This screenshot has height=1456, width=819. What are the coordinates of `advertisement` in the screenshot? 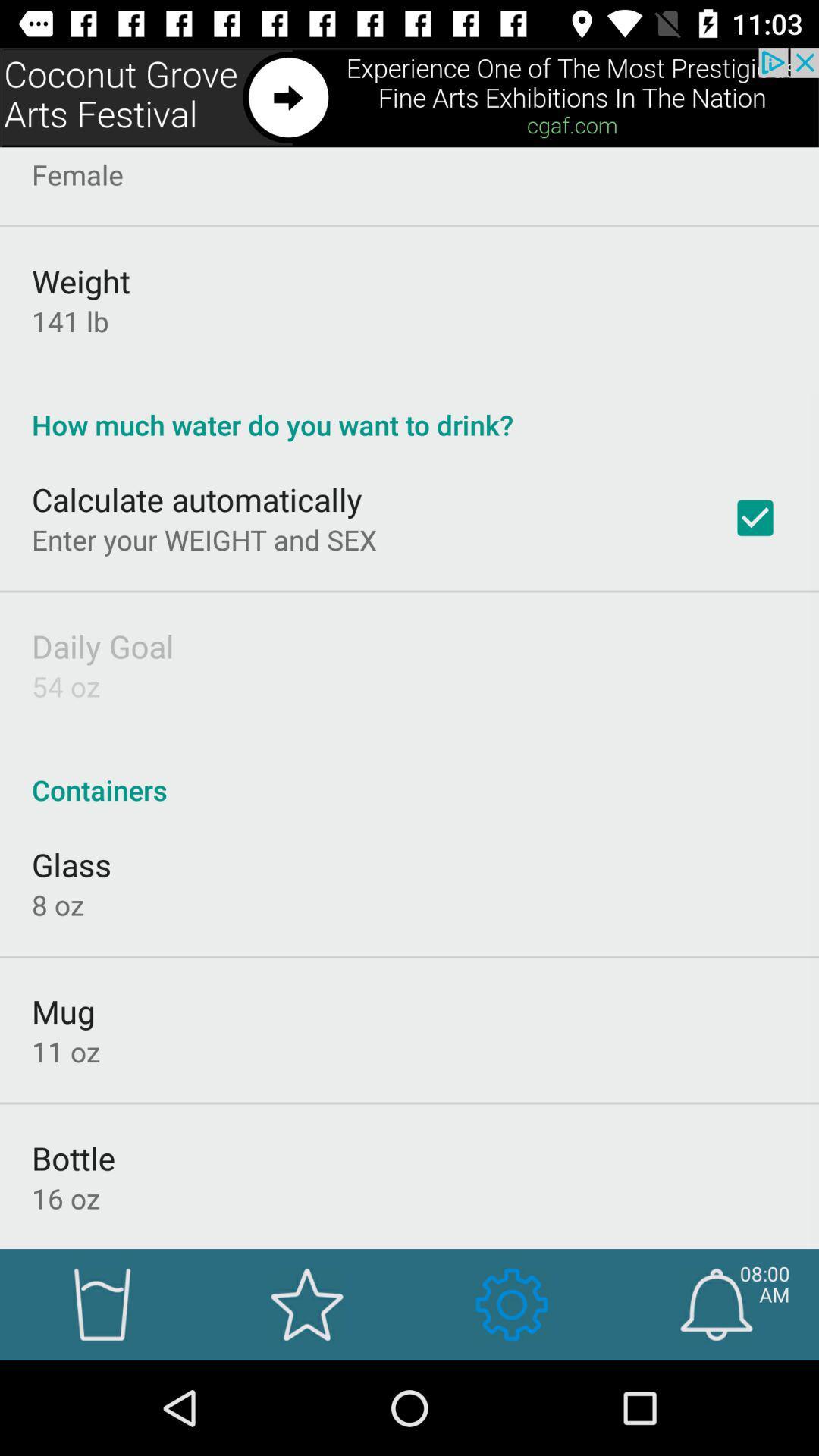 It's located at (409, 96).